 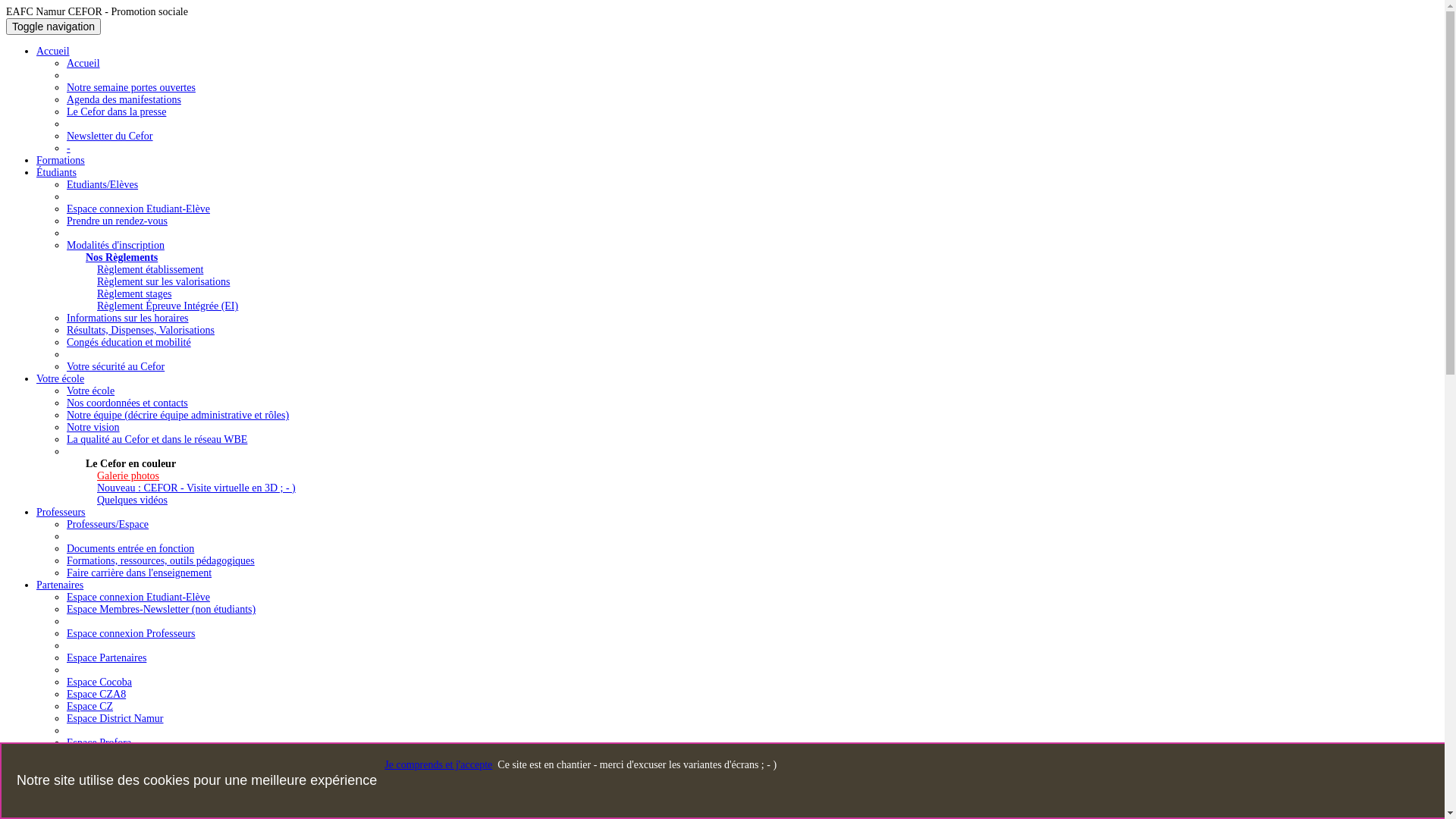 I want to click on 'Newsletter du Cefor', so click(x=65, y=135).